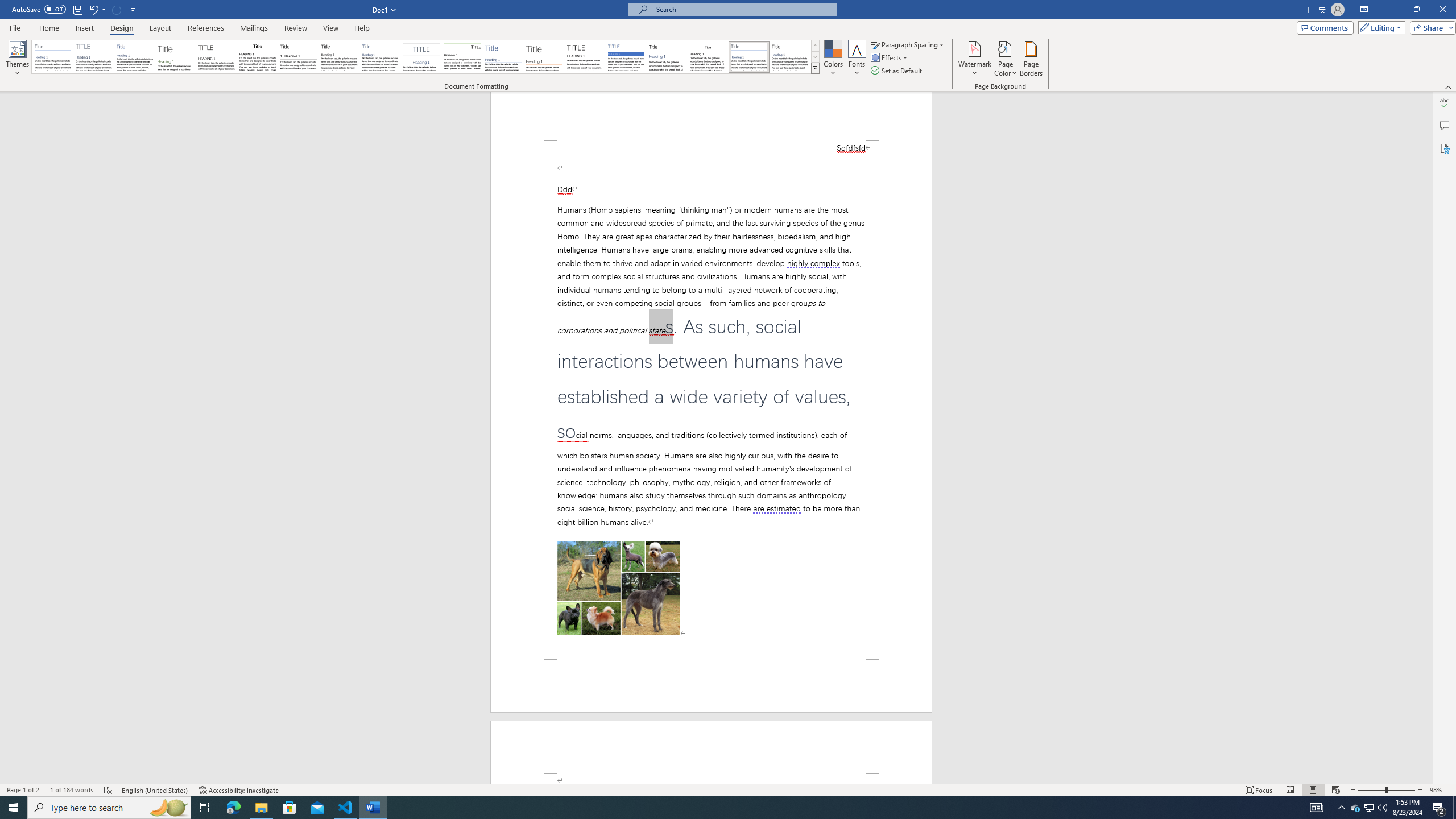 This screenshot has width=1456, height=819. What do you see at coordinates (711, 778) in the screenshot?
I see `'Page 2 content'` at bounding box center [711, 778].